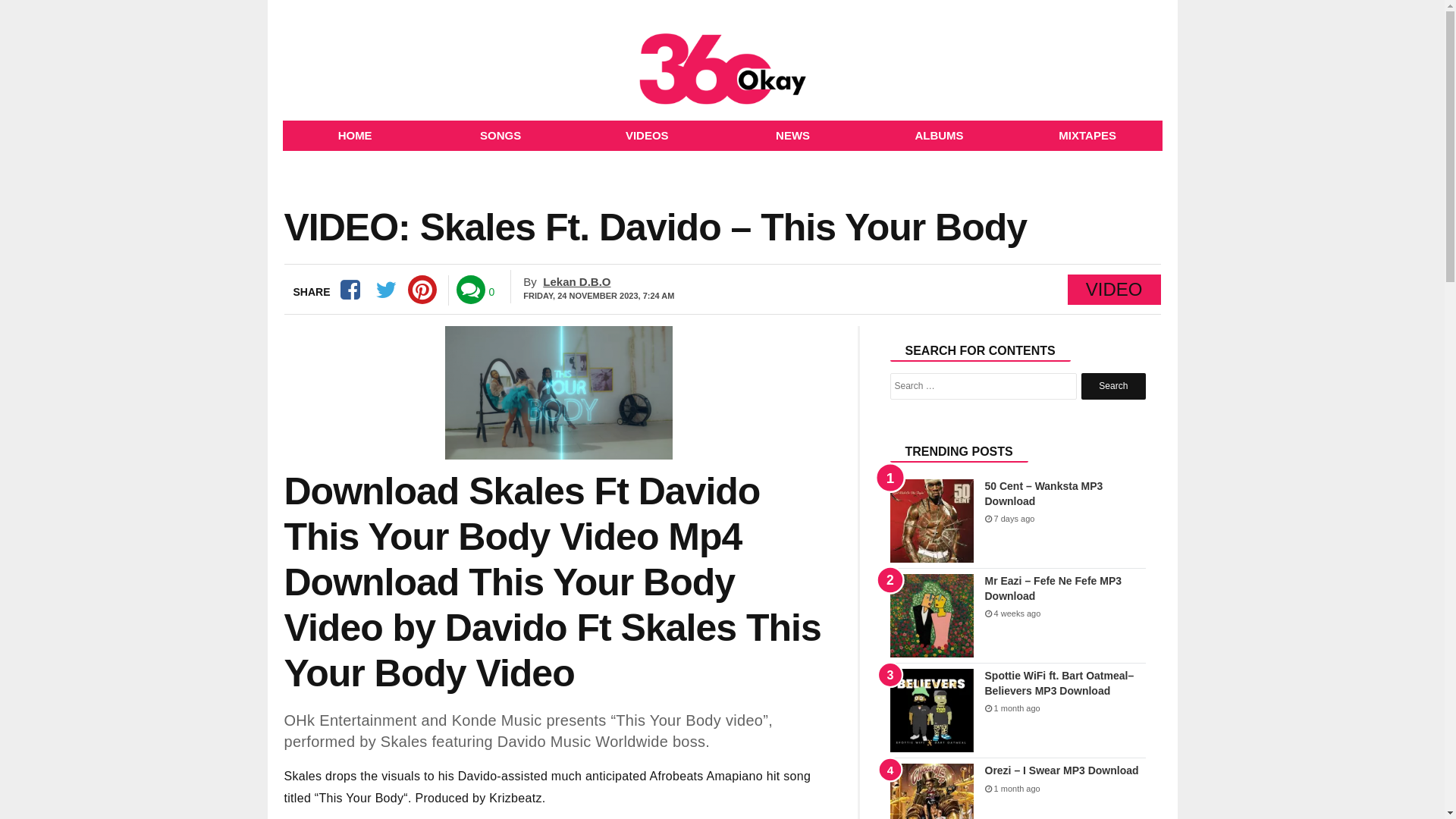  What do you see at coordinates (500, 134) in the screenshot?
I see `'SONGS'` at bounding box center [500, 134].